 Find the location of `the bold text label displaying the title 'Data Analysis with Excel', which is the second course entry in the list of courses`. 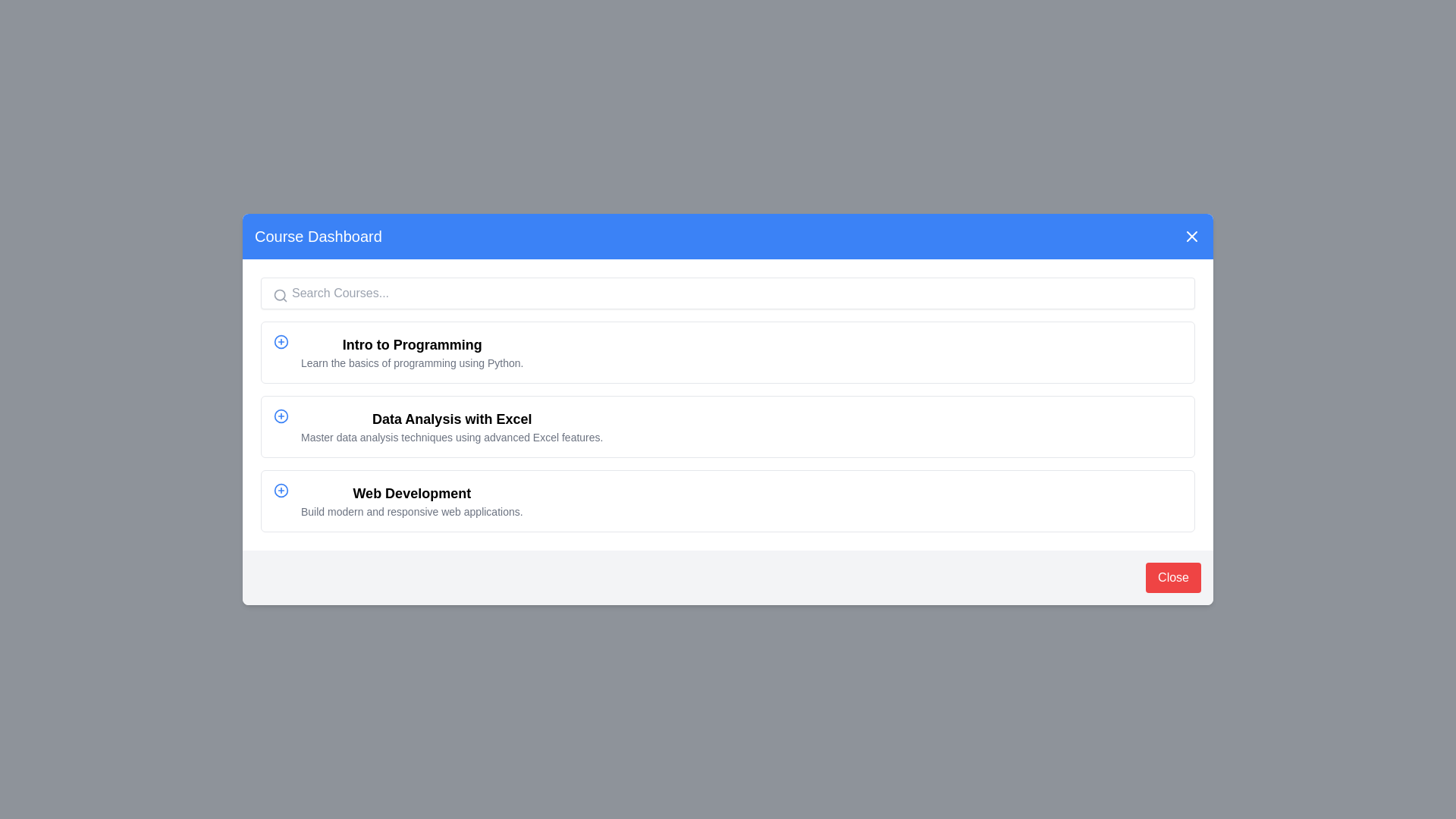

the bold text label displaying the title 'Data Analysis with Excel', which is the second course entry in the list of courses is located at coordinates (451, 419).